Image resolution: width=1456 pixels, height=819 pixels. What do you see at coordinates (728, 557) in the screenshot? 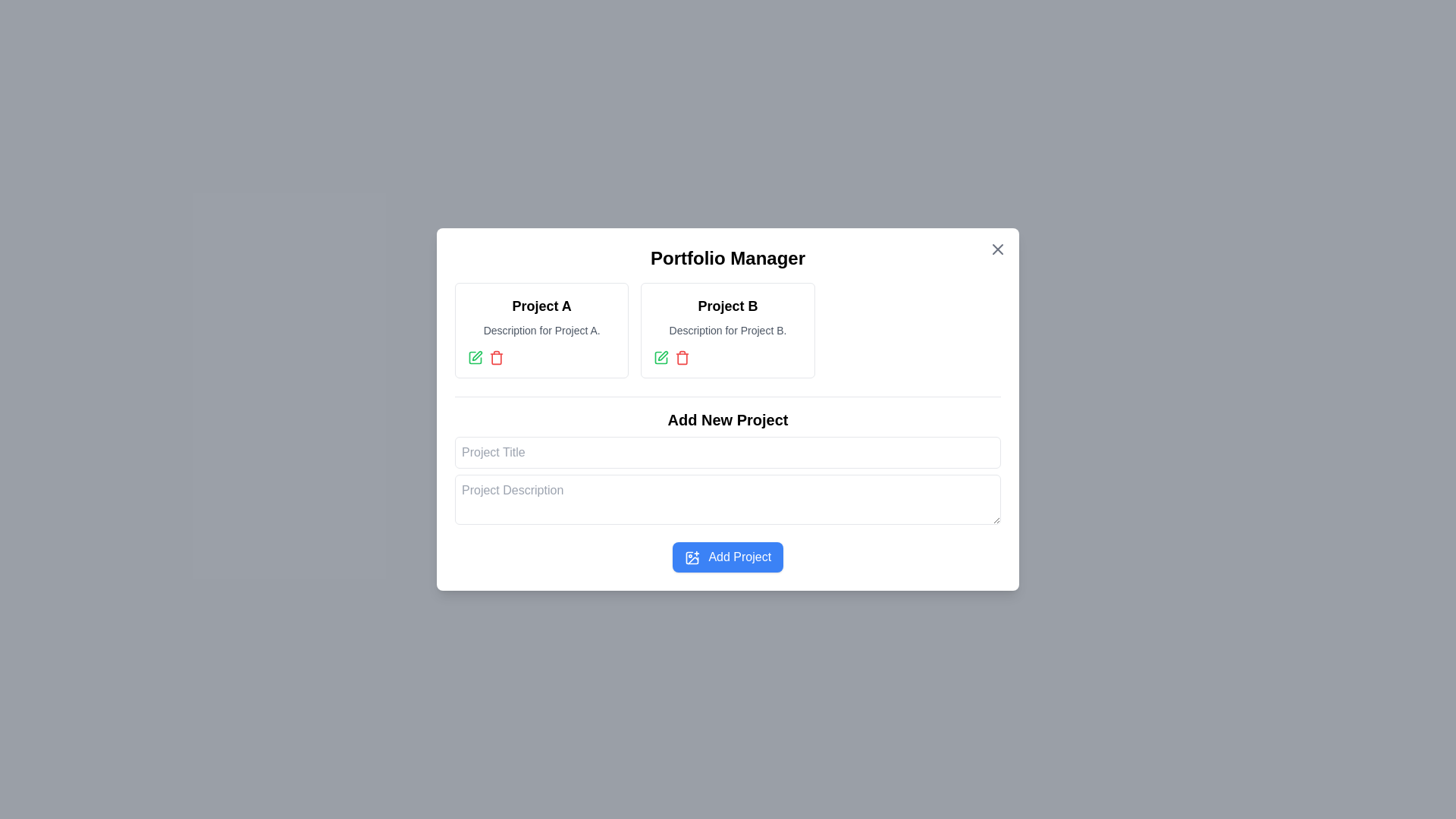
I see `the 'Add New Project' button located at the bottom of the card section to provide visual feedback` at bounding box center [728, 557].